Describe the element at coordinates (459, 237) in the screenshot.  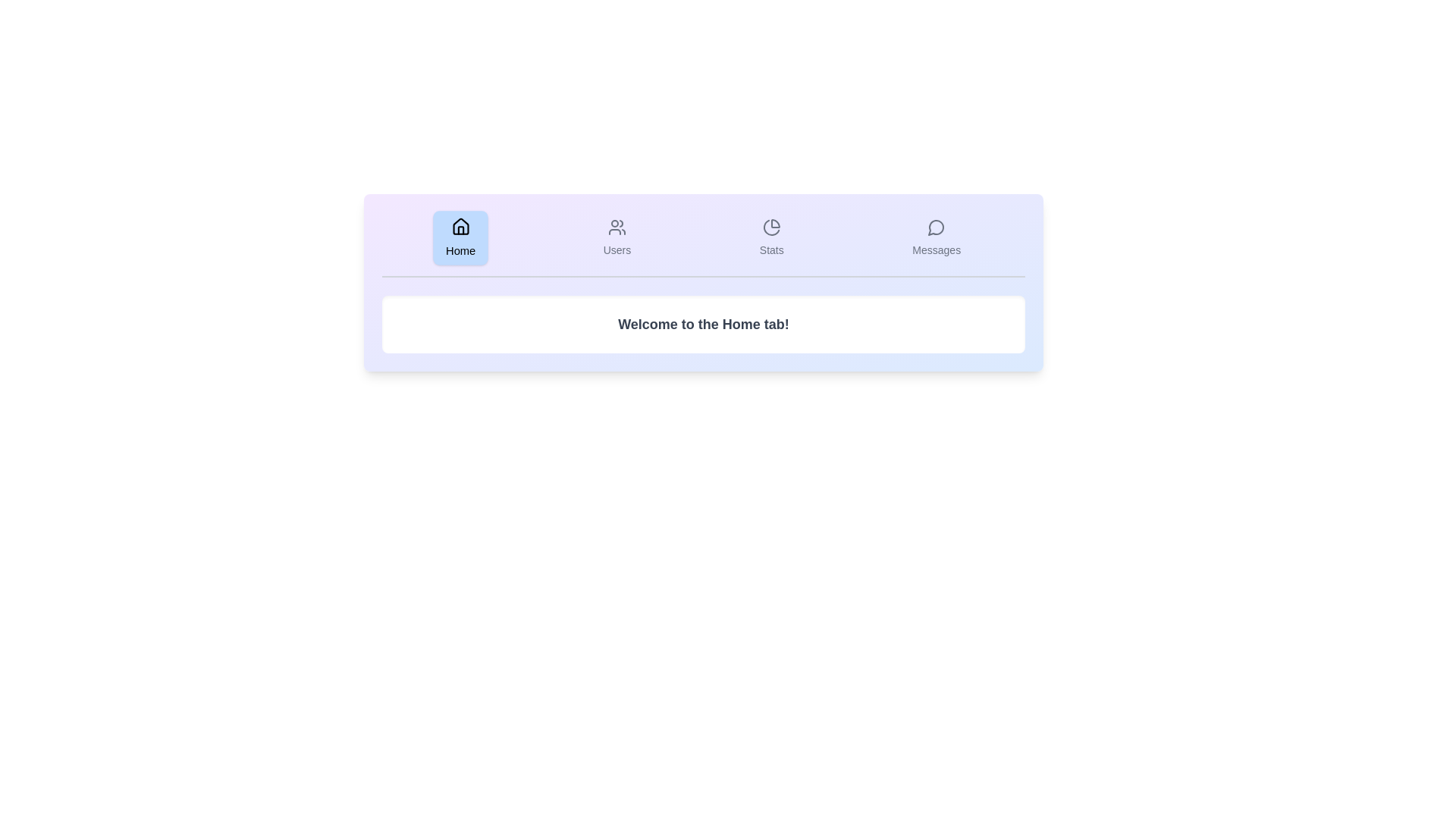
I see `the view corresponding to the tab Home` at that location.